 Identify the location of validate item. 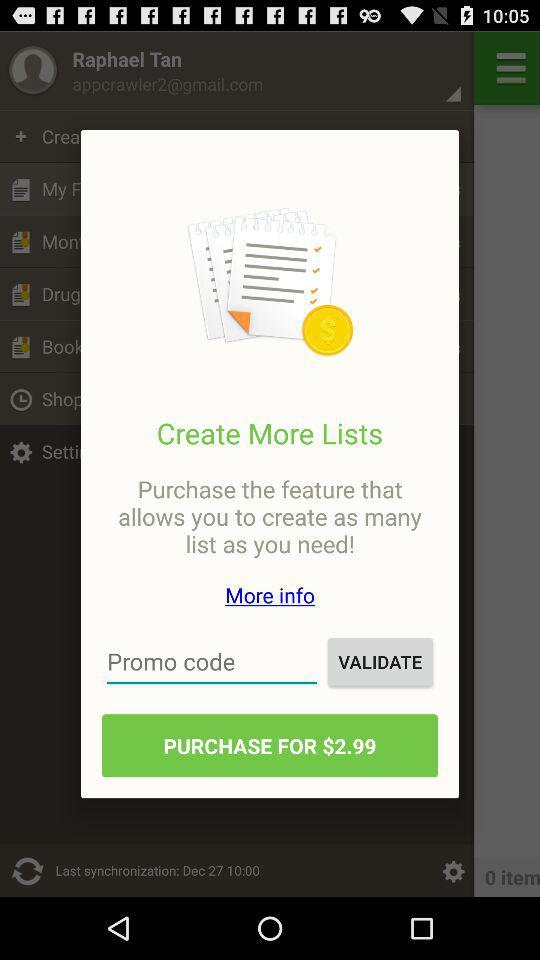
(380, 661).